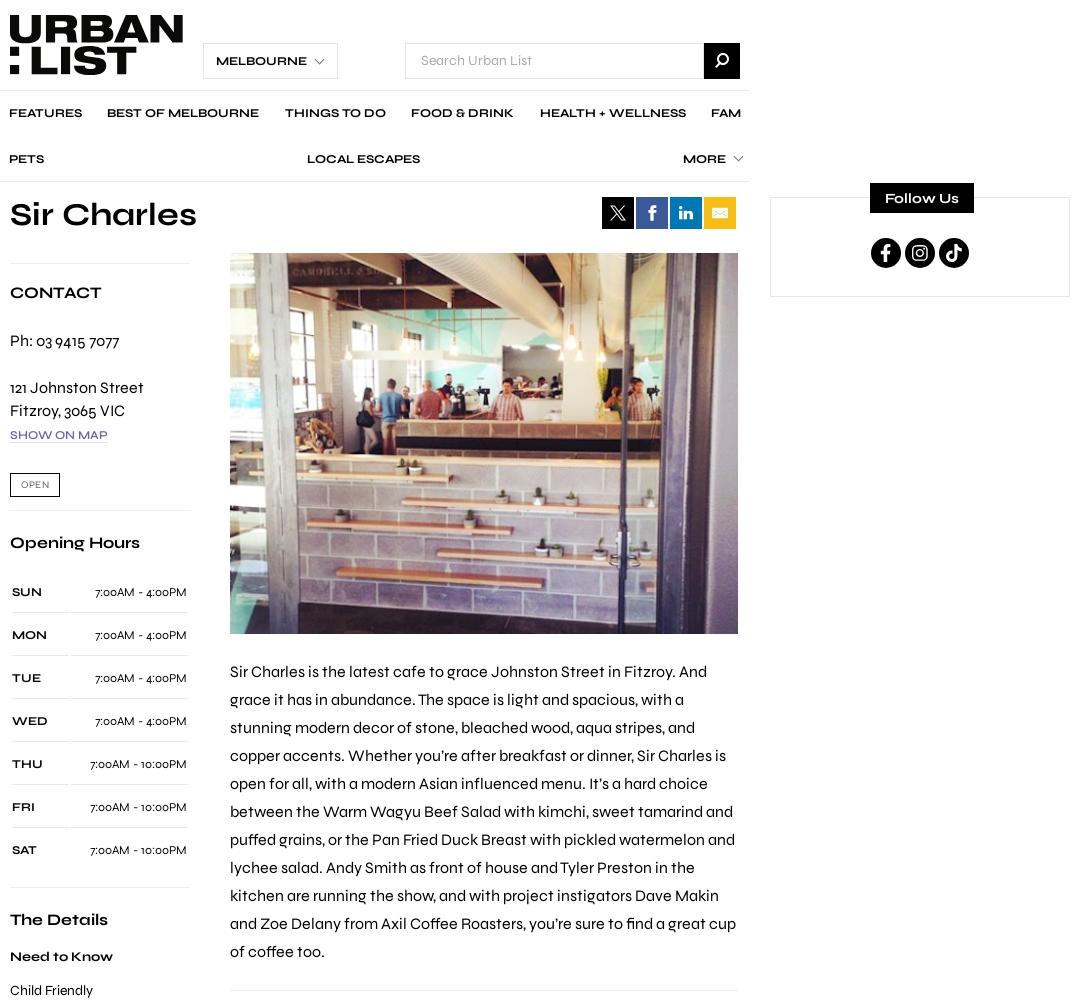  What do you see at coordinates (260, 61) in the screenshot?
I see `'Melbourne'` at bounding box center [260, 61].